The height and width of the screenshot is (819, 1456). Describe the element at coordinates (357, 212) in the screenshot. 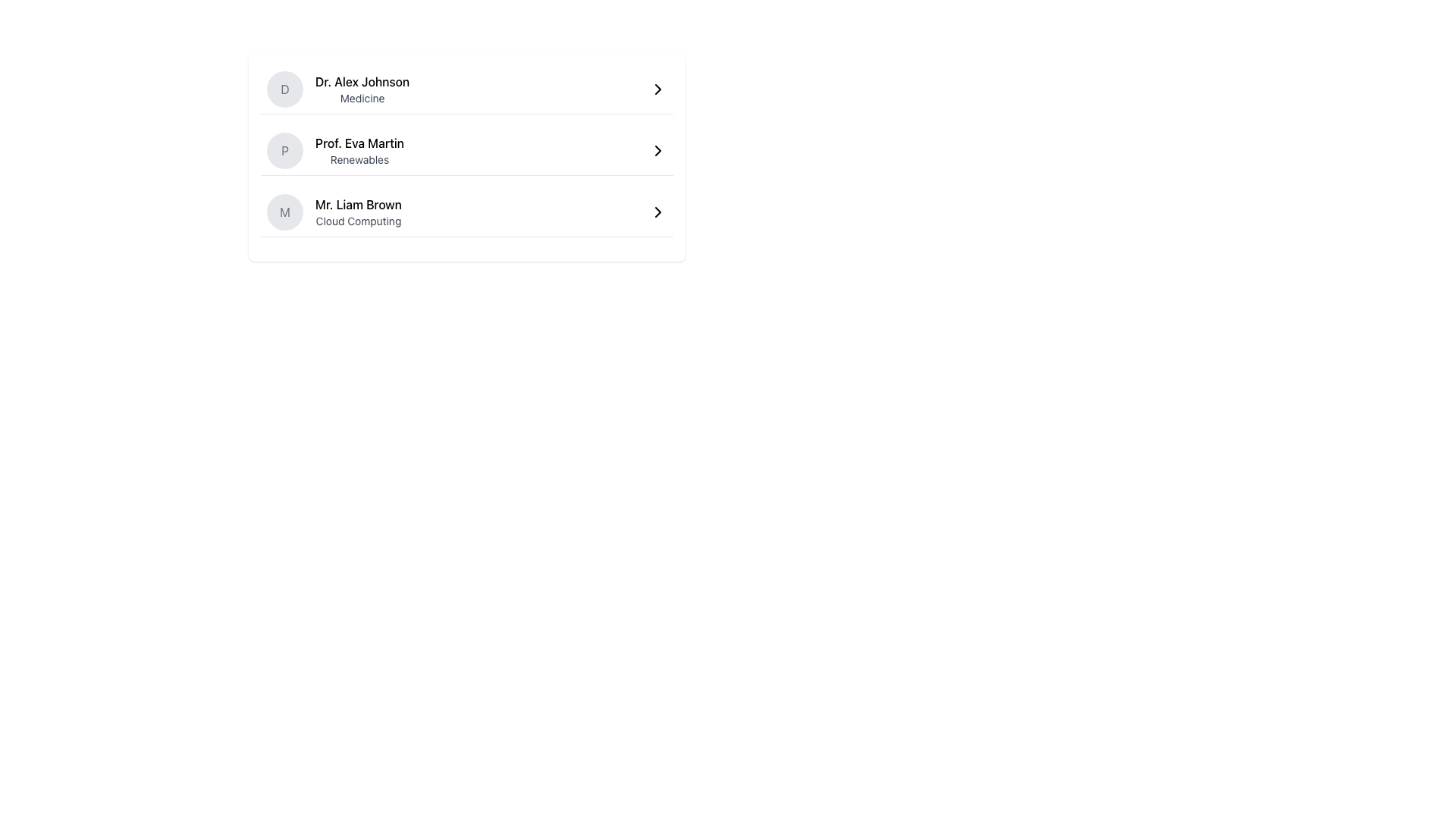

I see `text from the third item in the vertically stacked list, which presents an individual's name and professional field, located below 'Prof. Eva Martin - Renewables'` at that location.